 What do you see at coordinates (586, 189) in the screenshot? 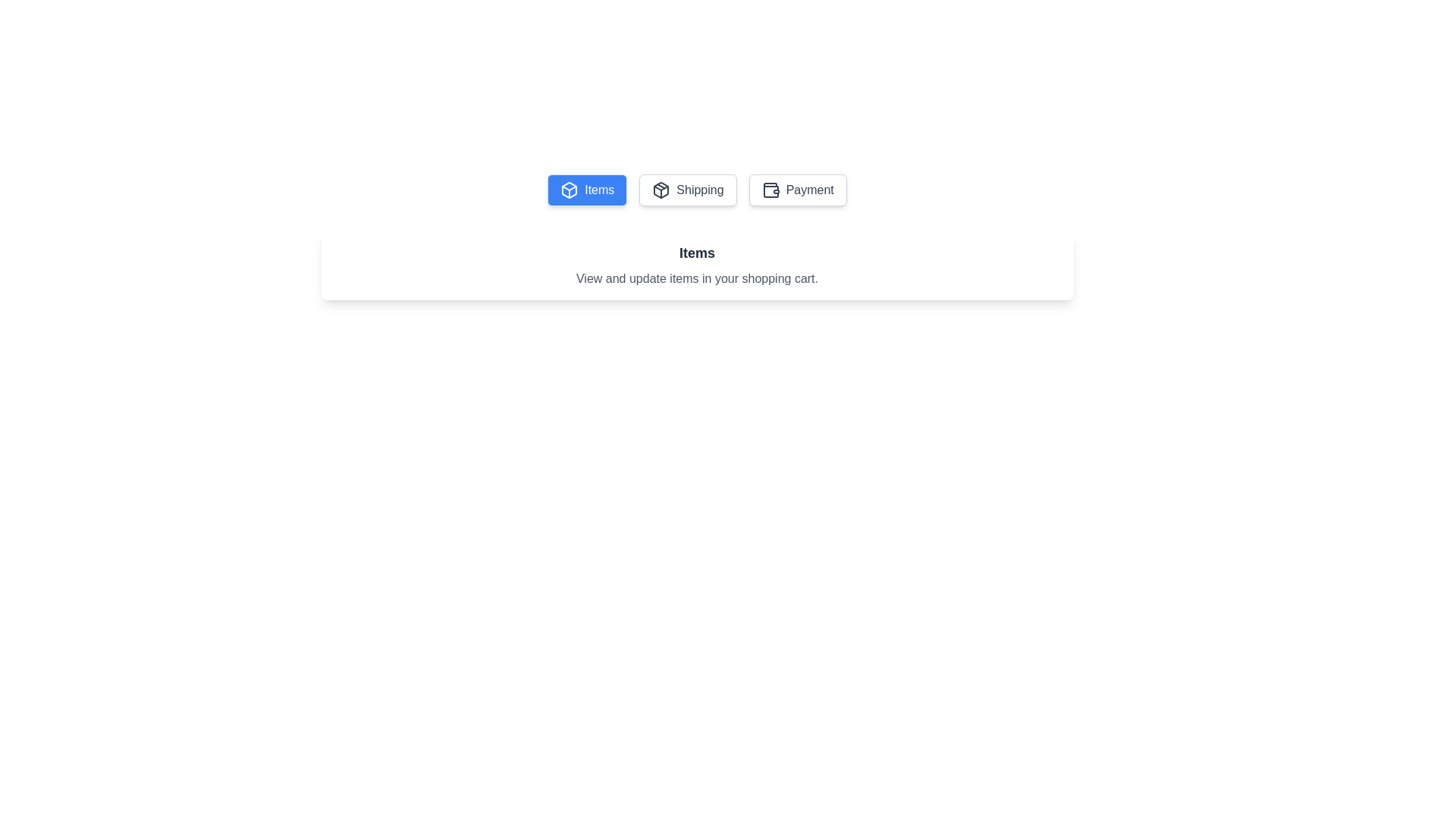
I see `the text content of the tab Items` at bounding box center [586, 189].